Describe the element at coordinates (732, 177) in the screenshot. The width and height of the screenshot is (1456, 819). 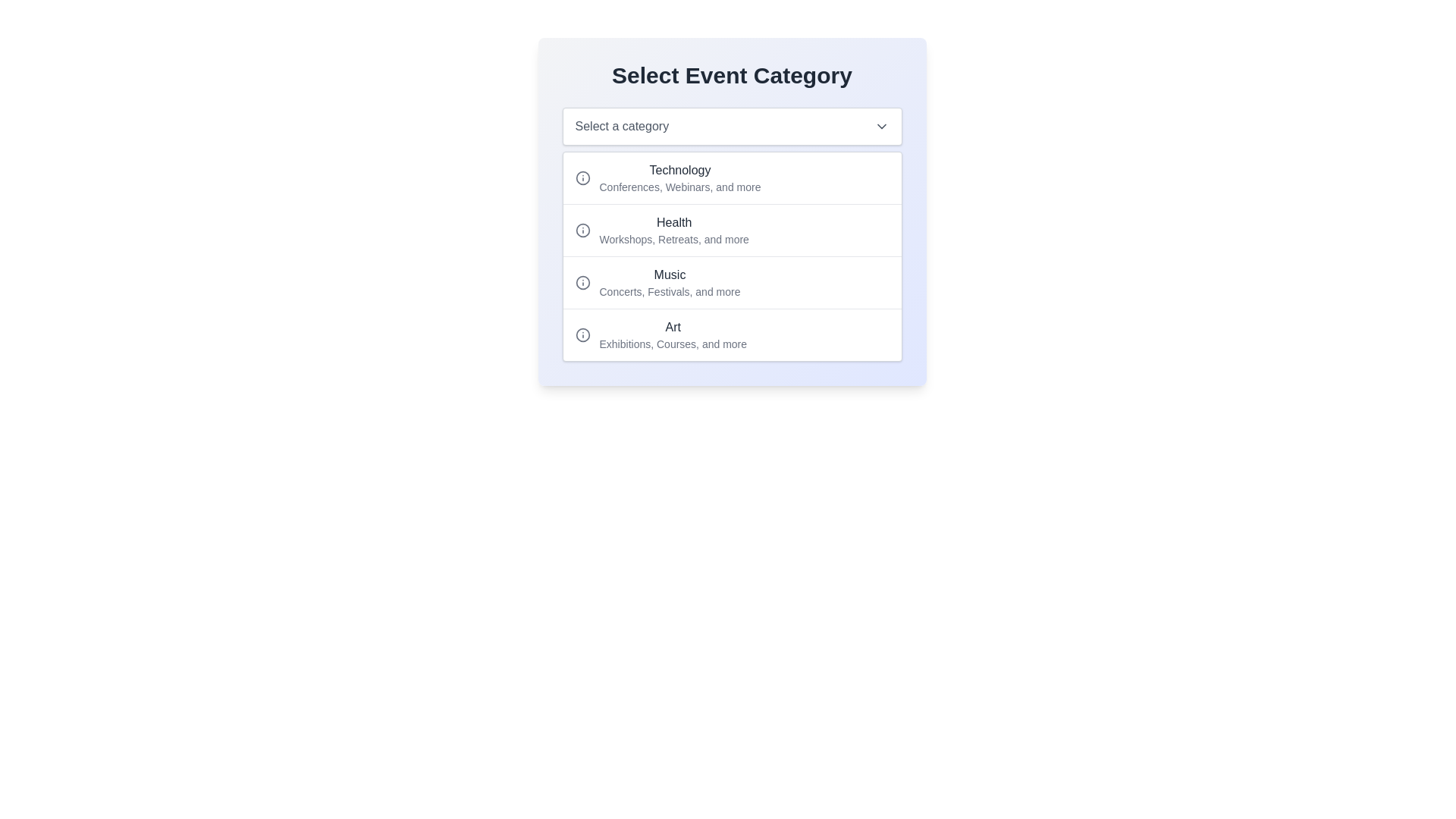
I see `the 'Technology' category list item` at that location.